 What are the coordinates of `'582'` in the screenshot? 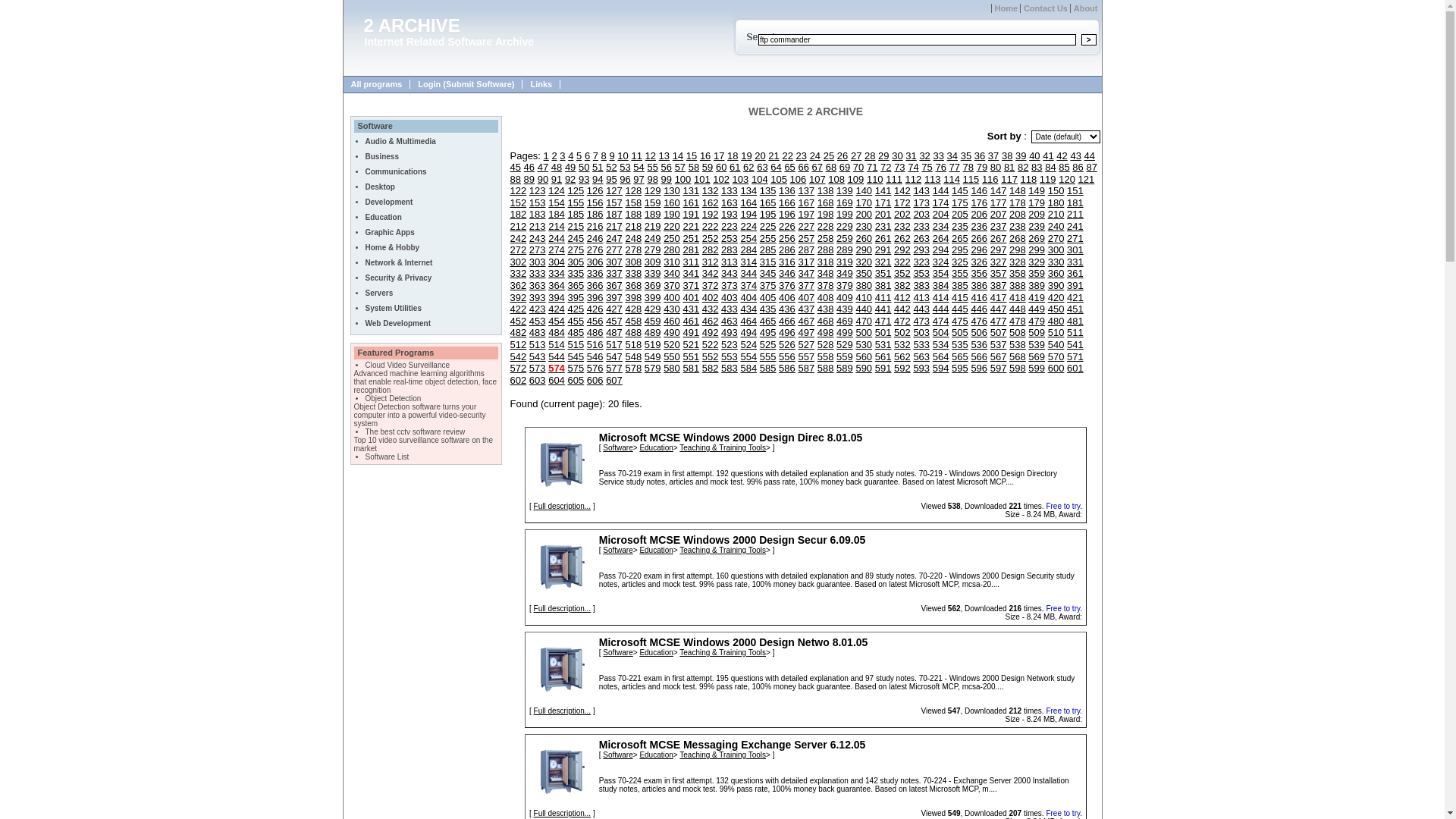 It's located at (709, 368).